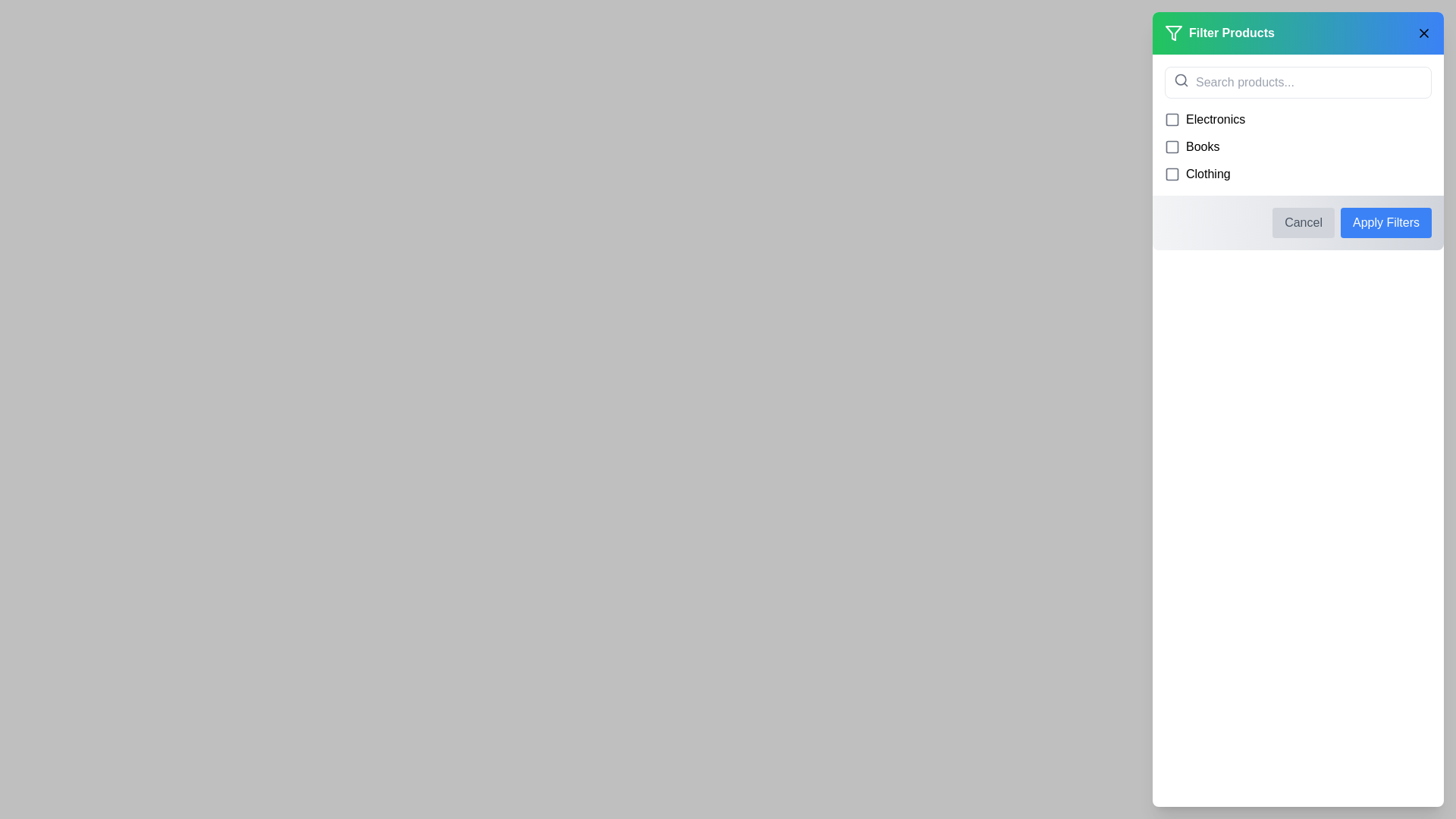  What do you see at coordinates (1423, 33) in the screenshot?
I see `the close button located in the top-right corner of the 'Filter Products' header` at bounding box center [1423, 33].